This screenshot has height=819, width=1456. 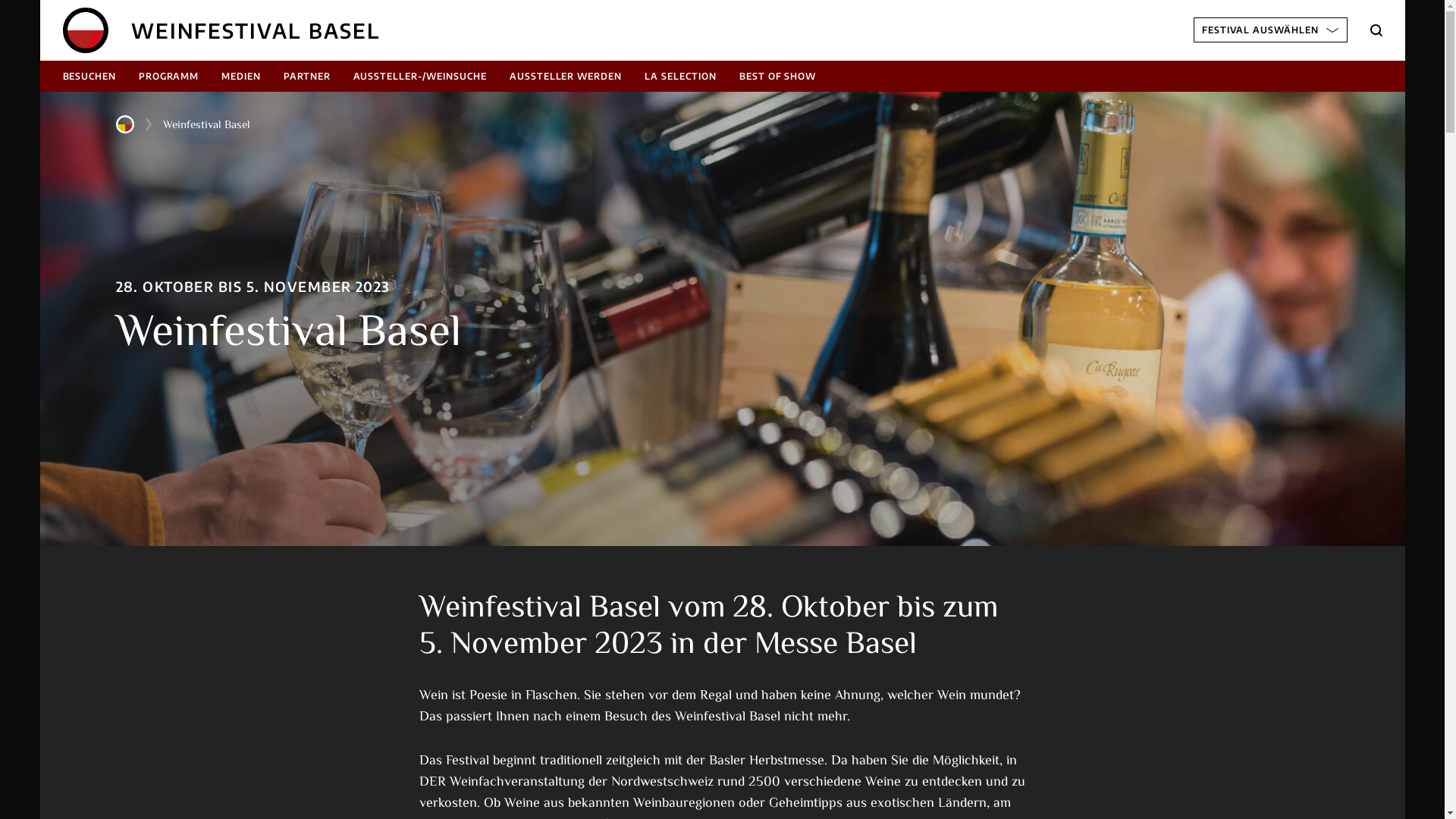 I want to click on 'MEDIEN', so click(x=240, y=76).